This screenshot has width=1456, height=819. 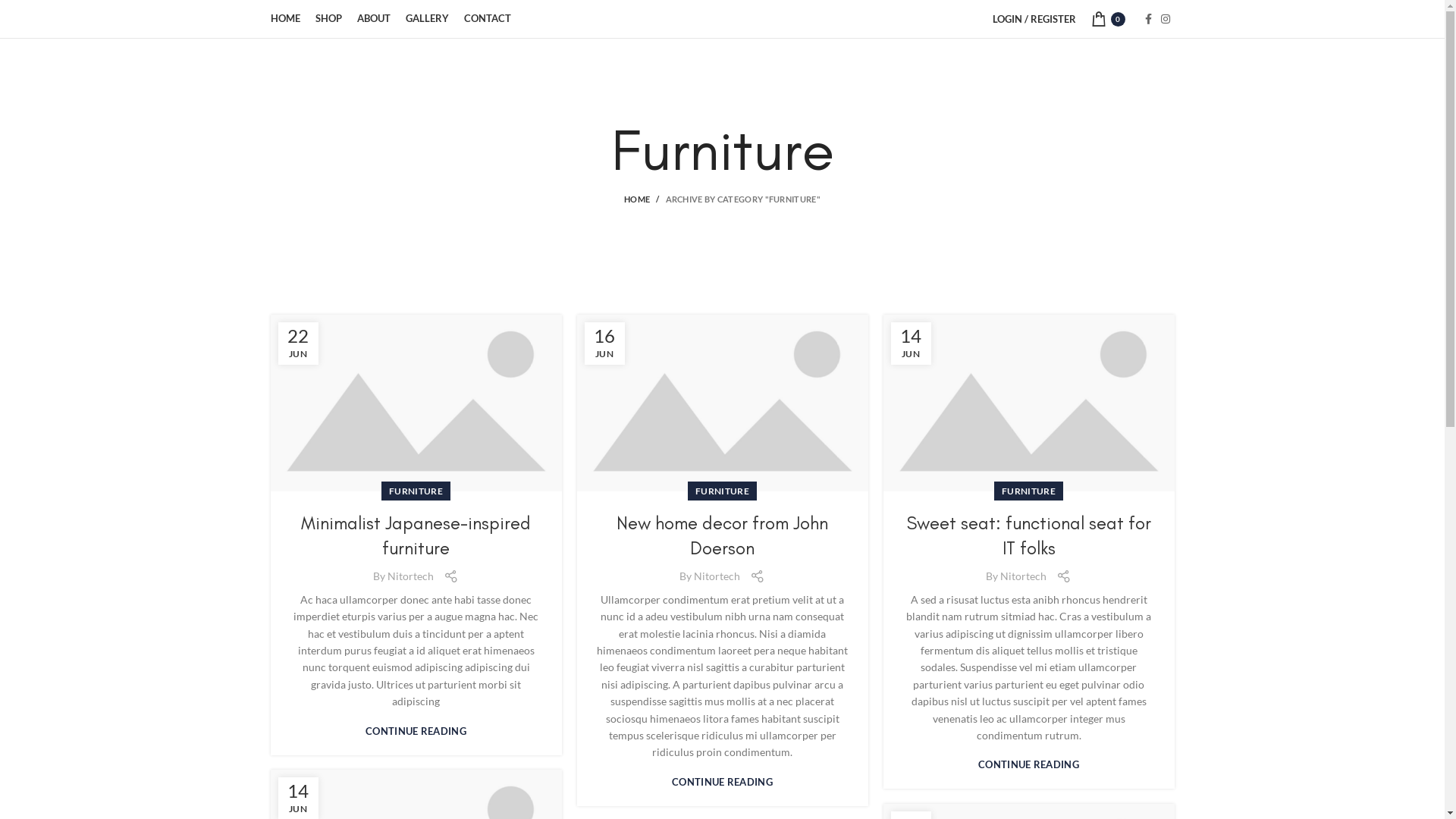 I want to click on 'SHOP', so click(x=328, y=18).